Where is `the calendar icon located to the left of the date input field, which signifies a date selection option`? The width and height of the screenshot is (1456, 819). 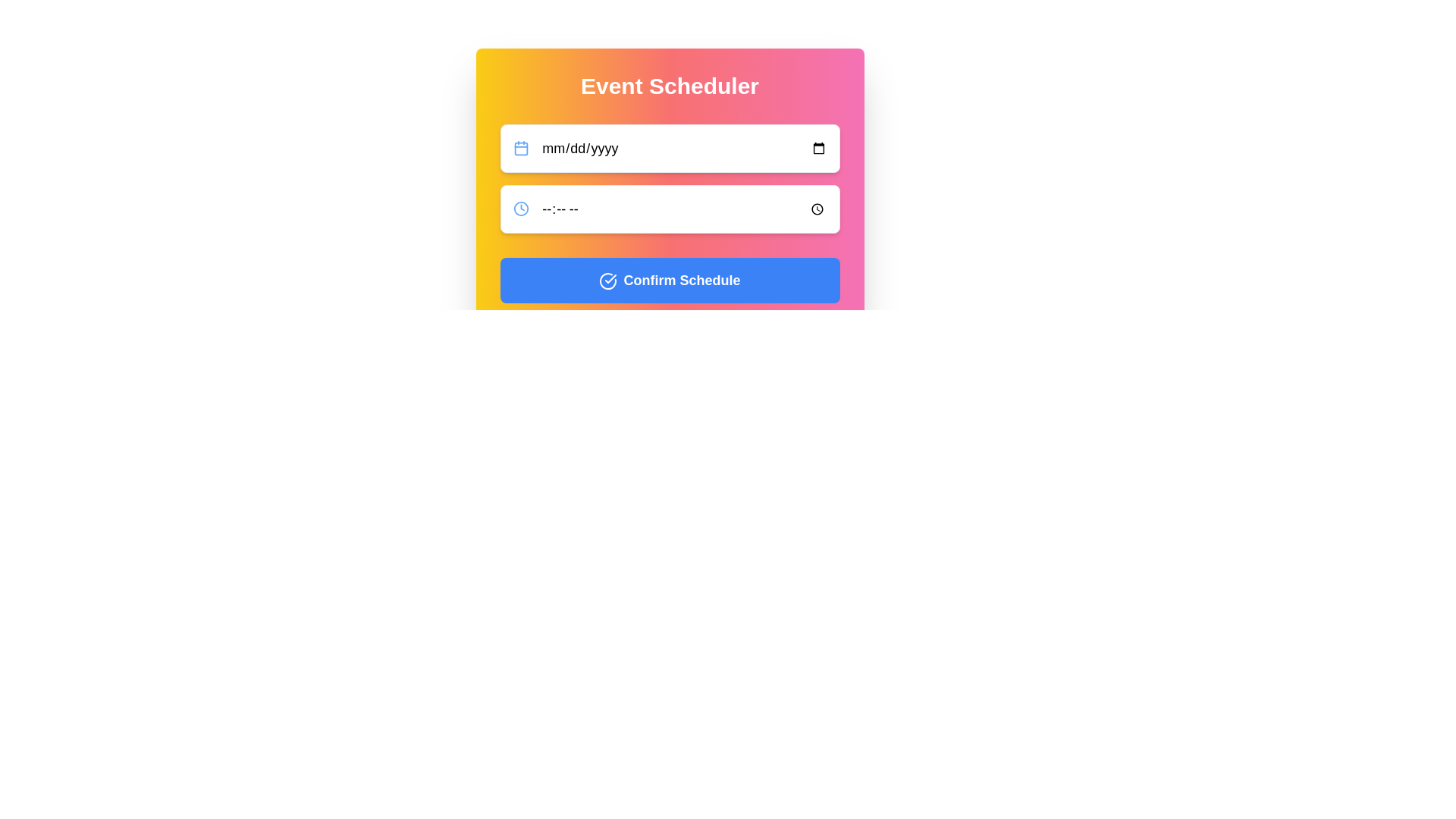 the calendar icon located to the left of the date input field, which signifies a date selection option is located at coordinates (521, 149).